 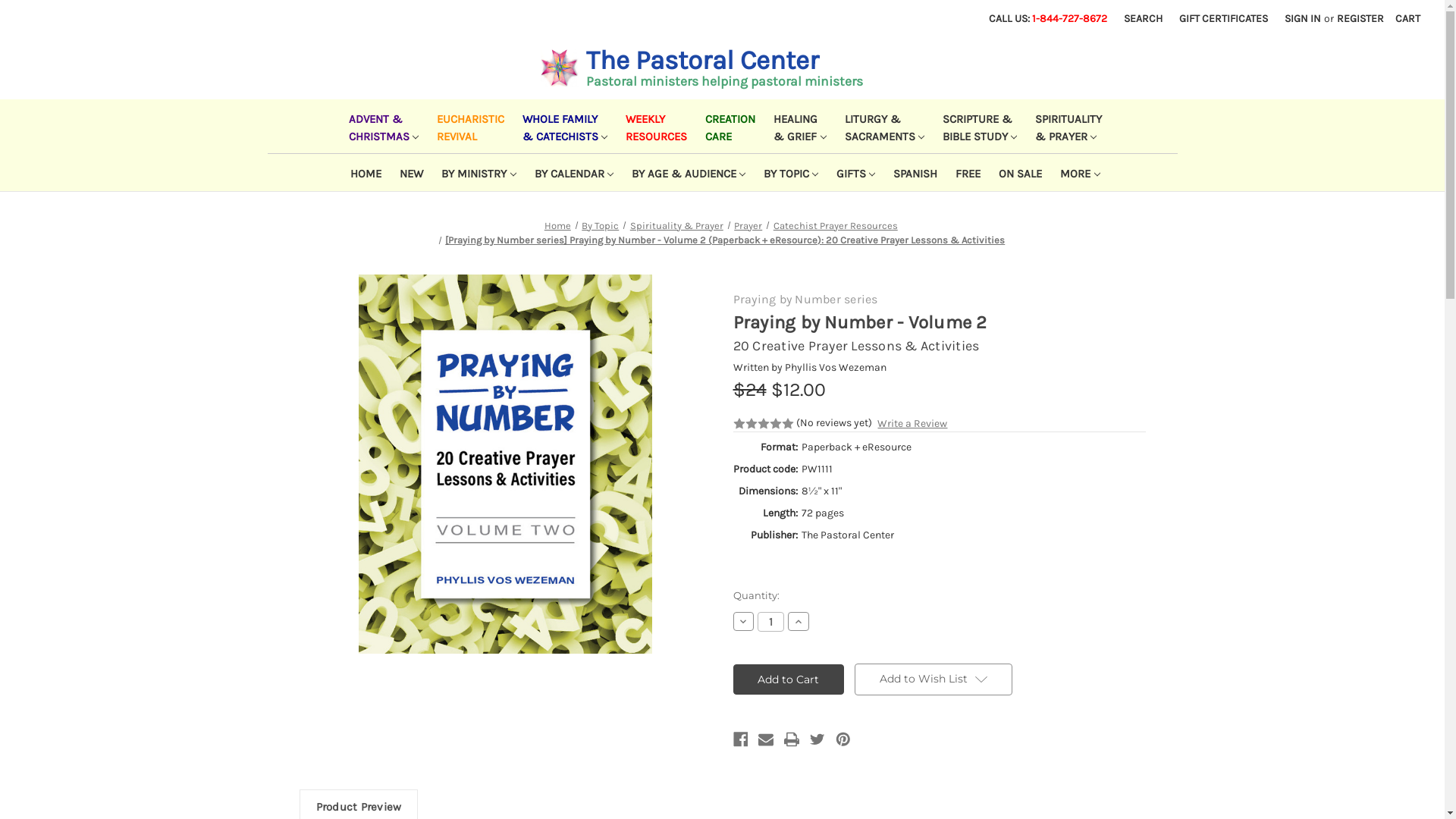 What do you see at coordinates (790, 739) in the screenshot?
I see `'Print'` at bounding box center [790, 739].